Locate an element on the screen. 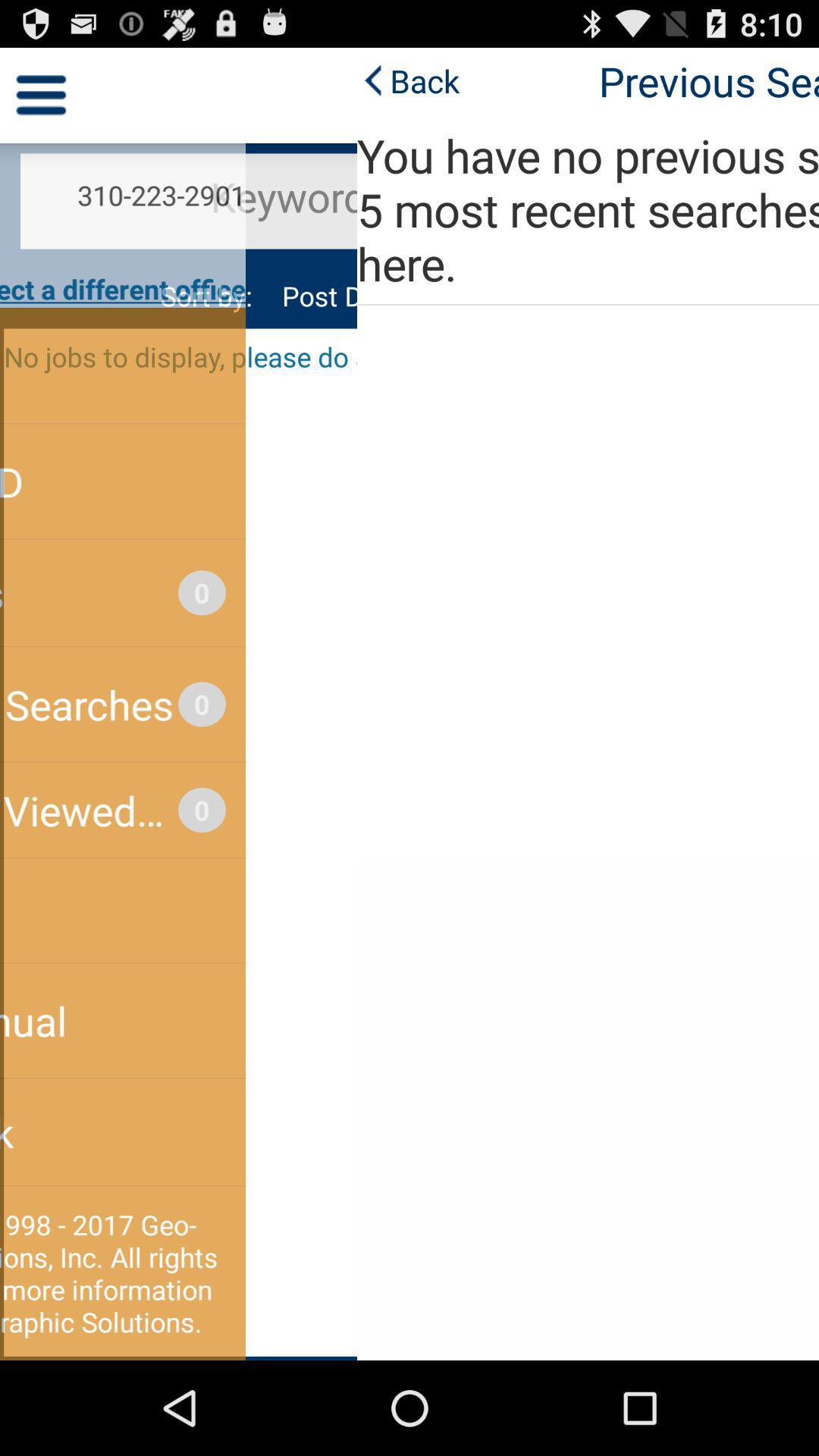 The image size is (819, 1456). icon next to previous searches is located at coordinates (50, 80).